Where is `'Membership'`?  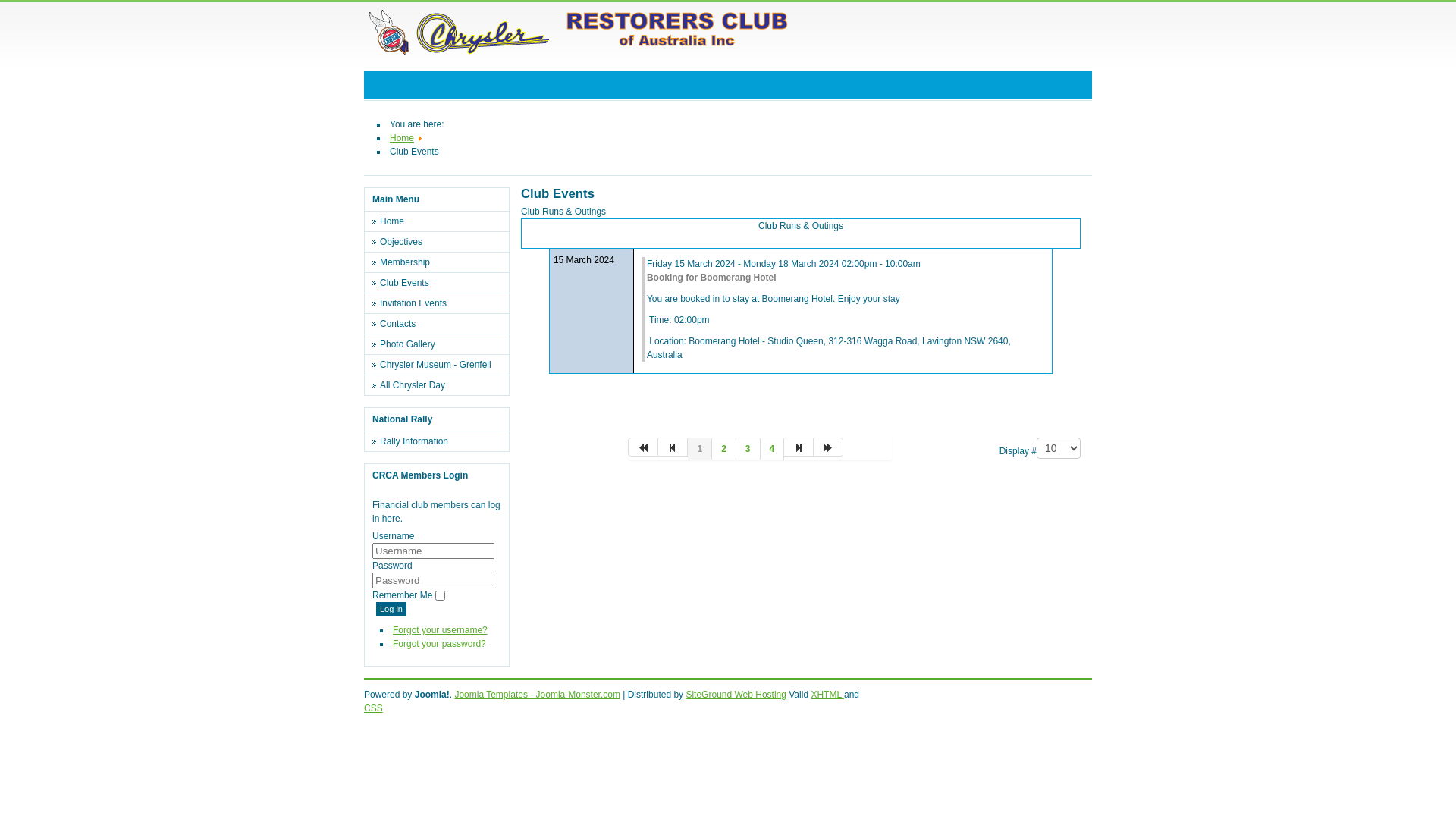 'Membership' is located at coordinates (439, 262).